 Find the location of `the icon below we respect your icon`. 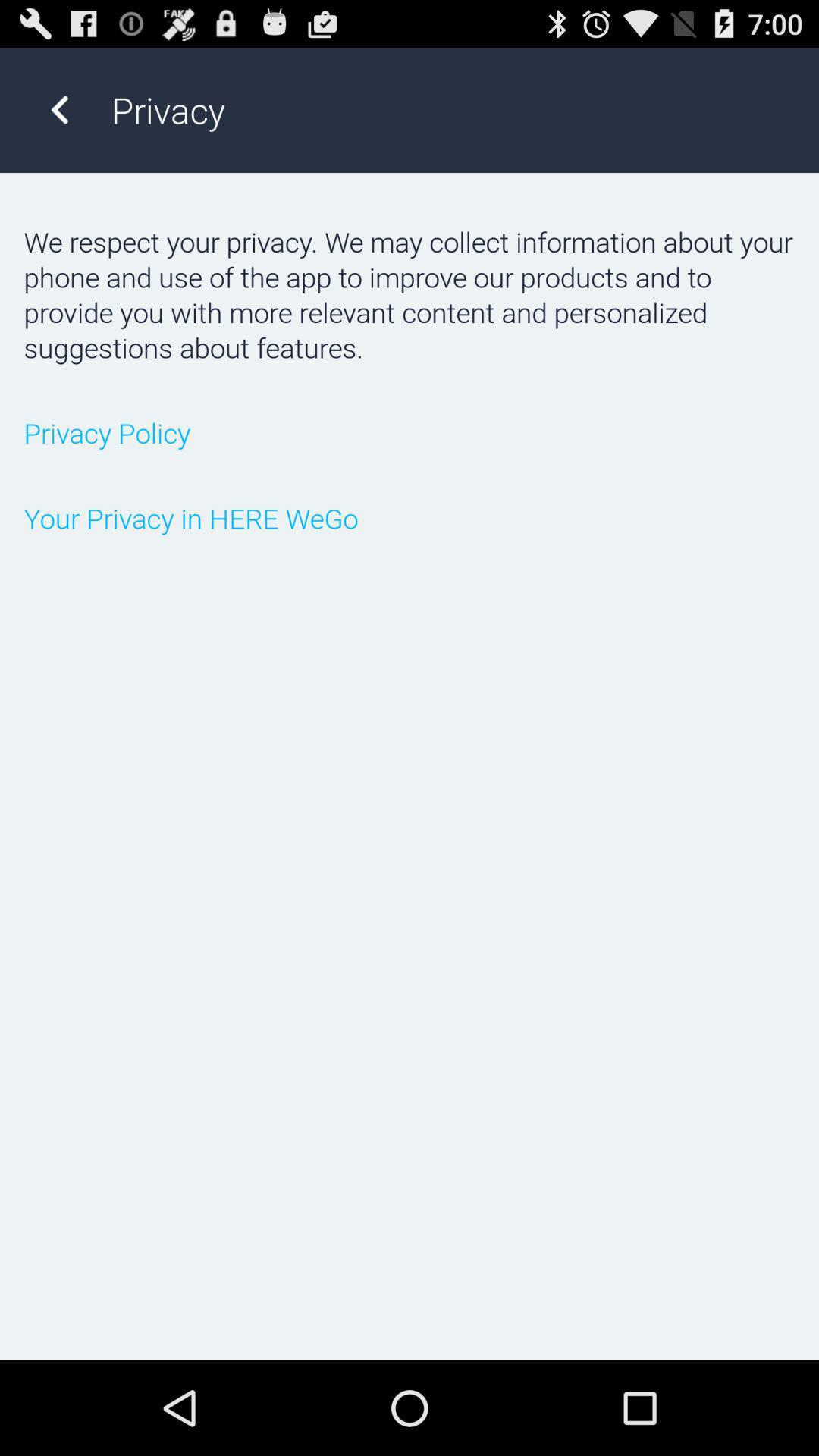

the icon below we respect your icon is located at coordinates (409, 431).